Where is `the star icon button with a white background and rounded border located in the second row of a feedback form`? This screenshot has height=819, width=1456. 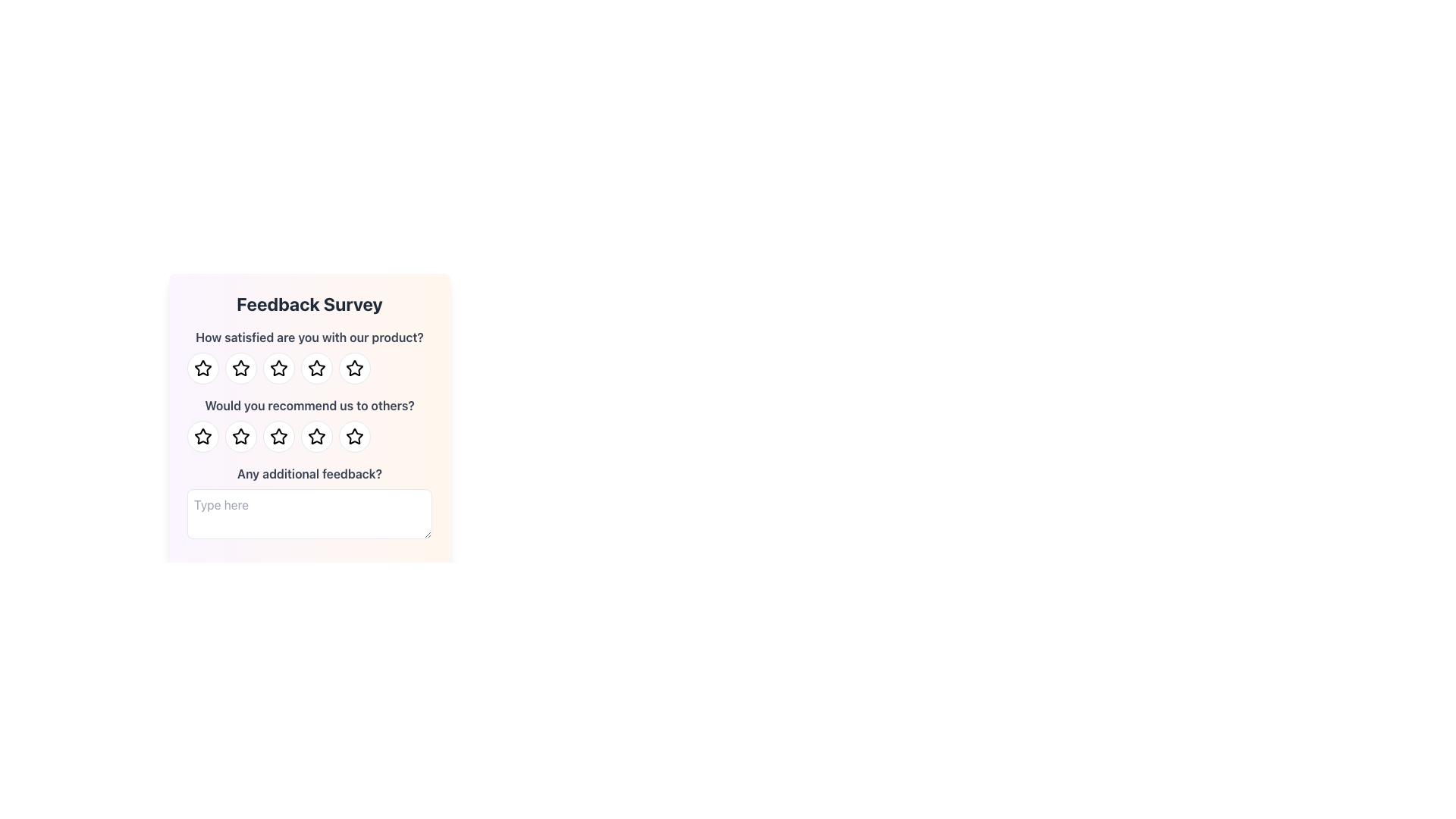
the star icon button with a white background and rounded border located in the second row of a feedback form is located at coordinates (353, 436).